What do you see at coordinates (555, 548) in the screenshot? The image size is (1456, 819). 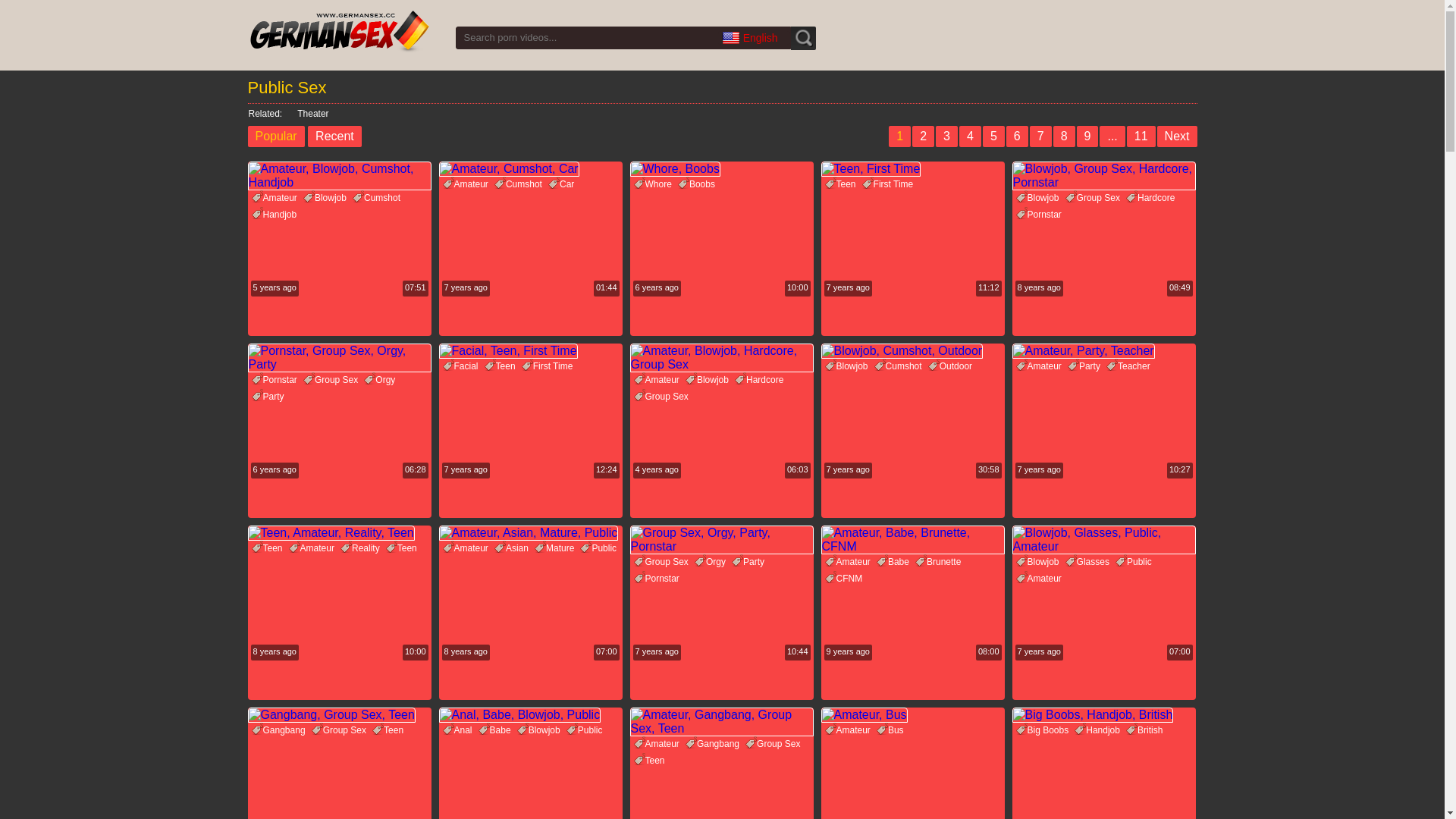 I see `'Mature'` at bounding box center [555, 548].